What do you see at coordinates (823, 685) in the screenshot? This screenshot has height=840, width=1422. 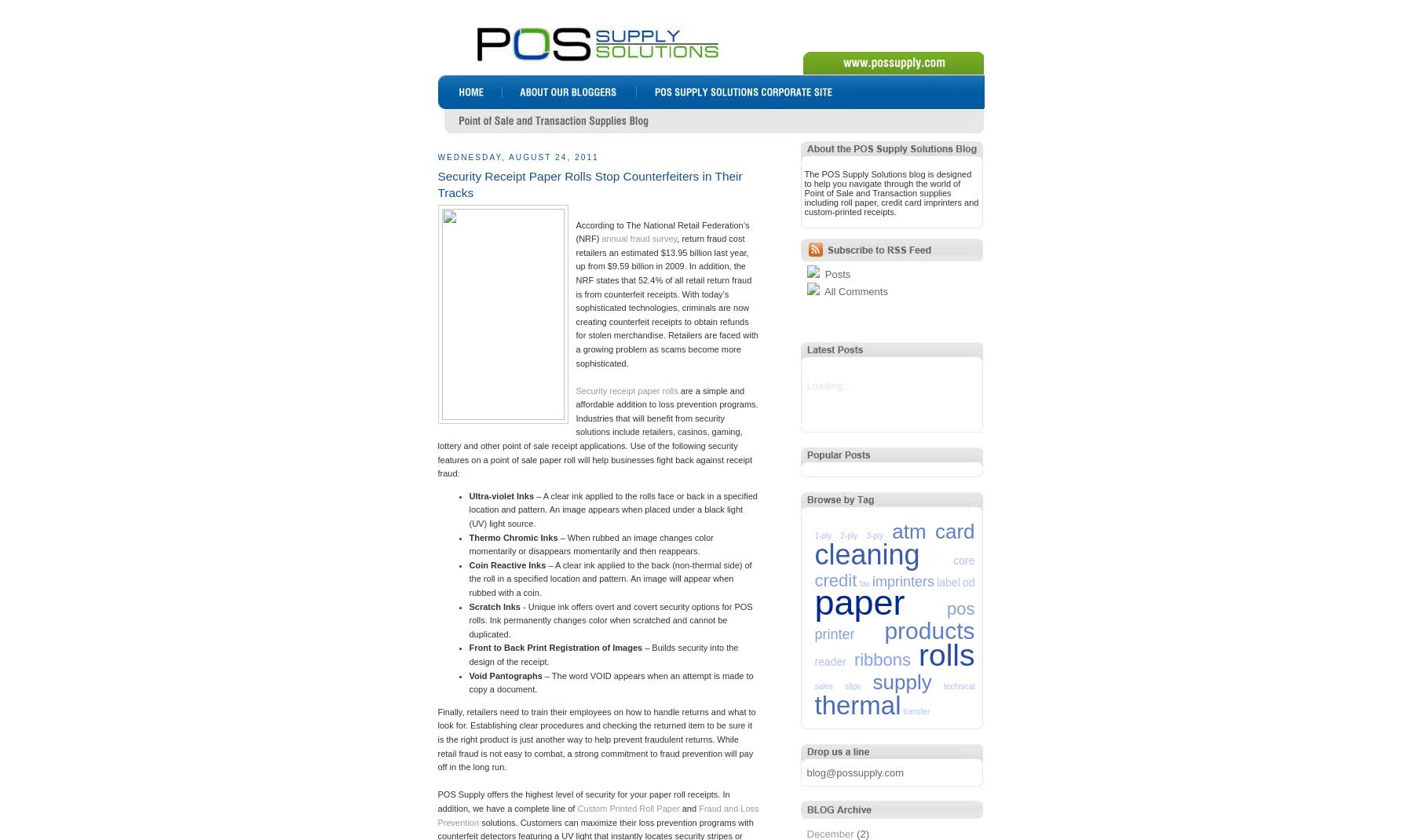 I see `'sales'` at bounding box center [823, 685].